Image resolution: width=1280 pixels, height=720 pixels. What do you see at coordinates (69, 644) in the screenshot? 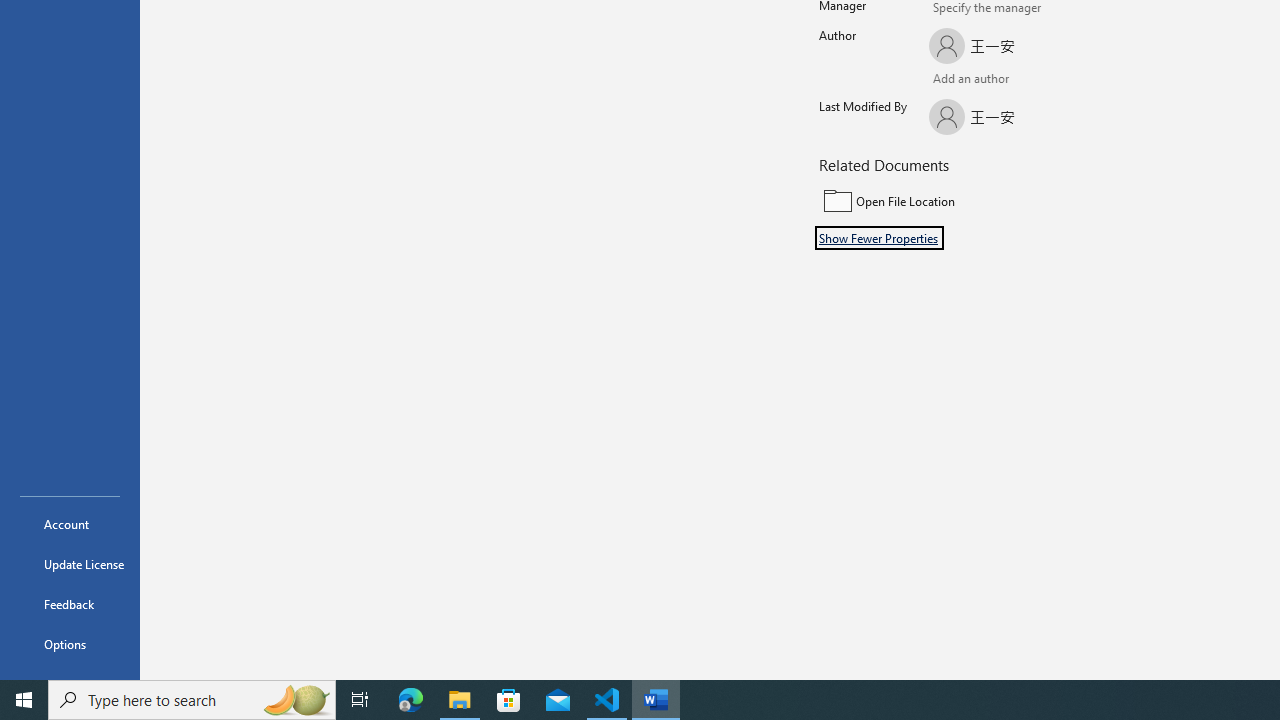
I see `'Options'` at bounding box center [69, 644].